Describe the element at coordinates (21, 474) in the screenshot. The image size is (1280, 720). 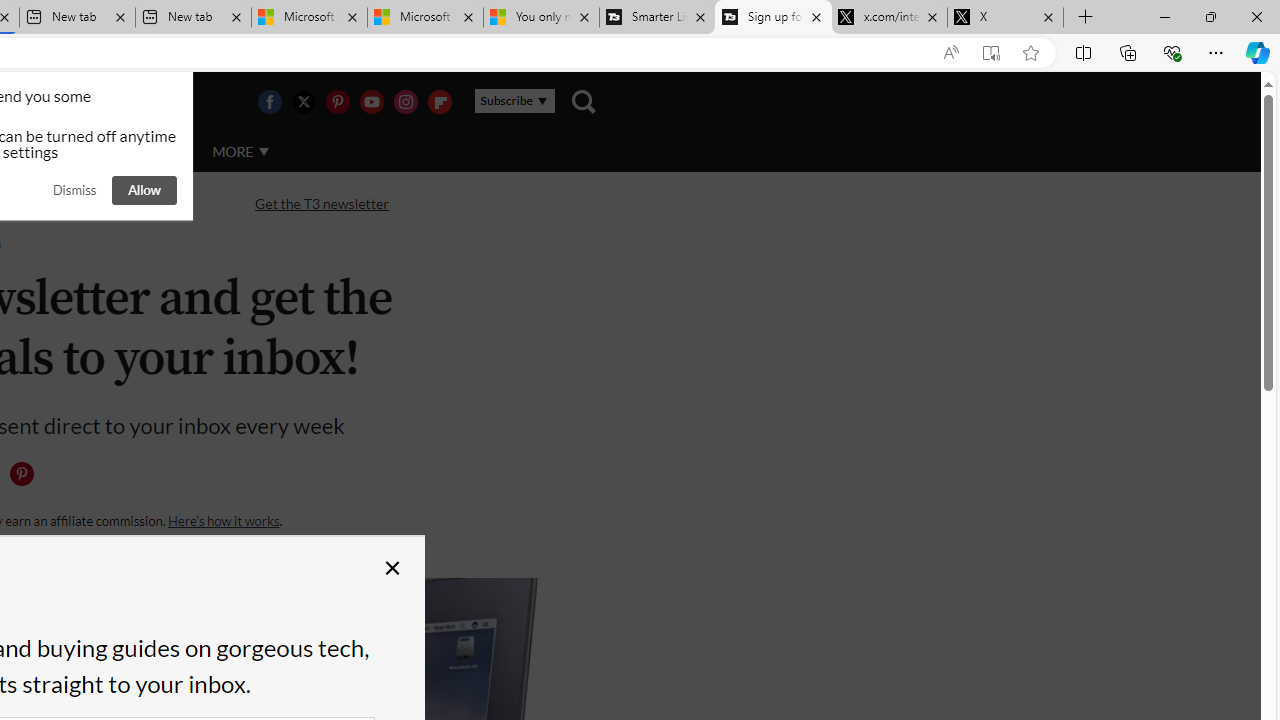
I see `'Class: icon-svg'` at that location.